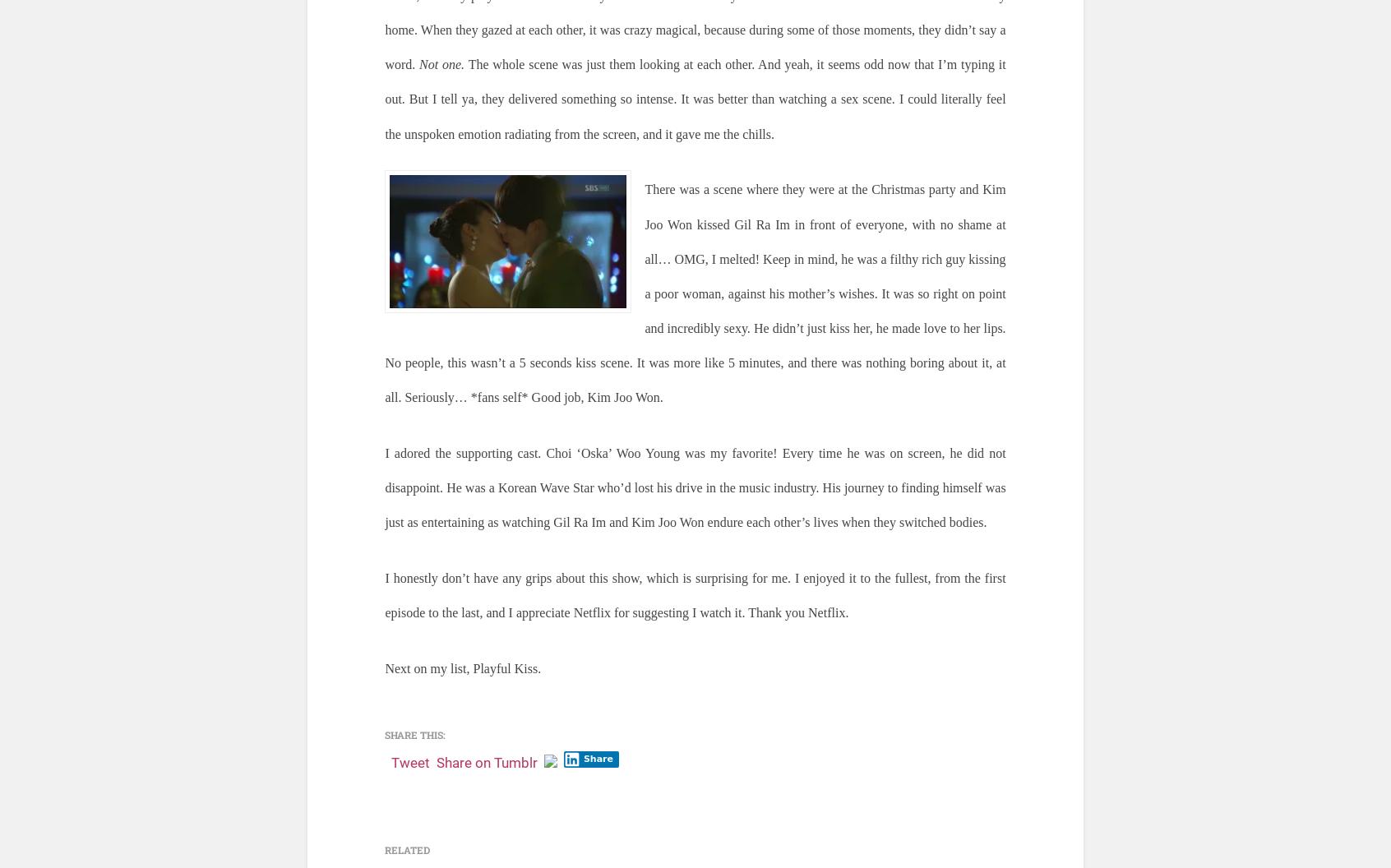 This screenshot has height=868, width=1391. Describe the element at coordinates (415, 734) in the screenshot. I see `'Share this:'` at that location.